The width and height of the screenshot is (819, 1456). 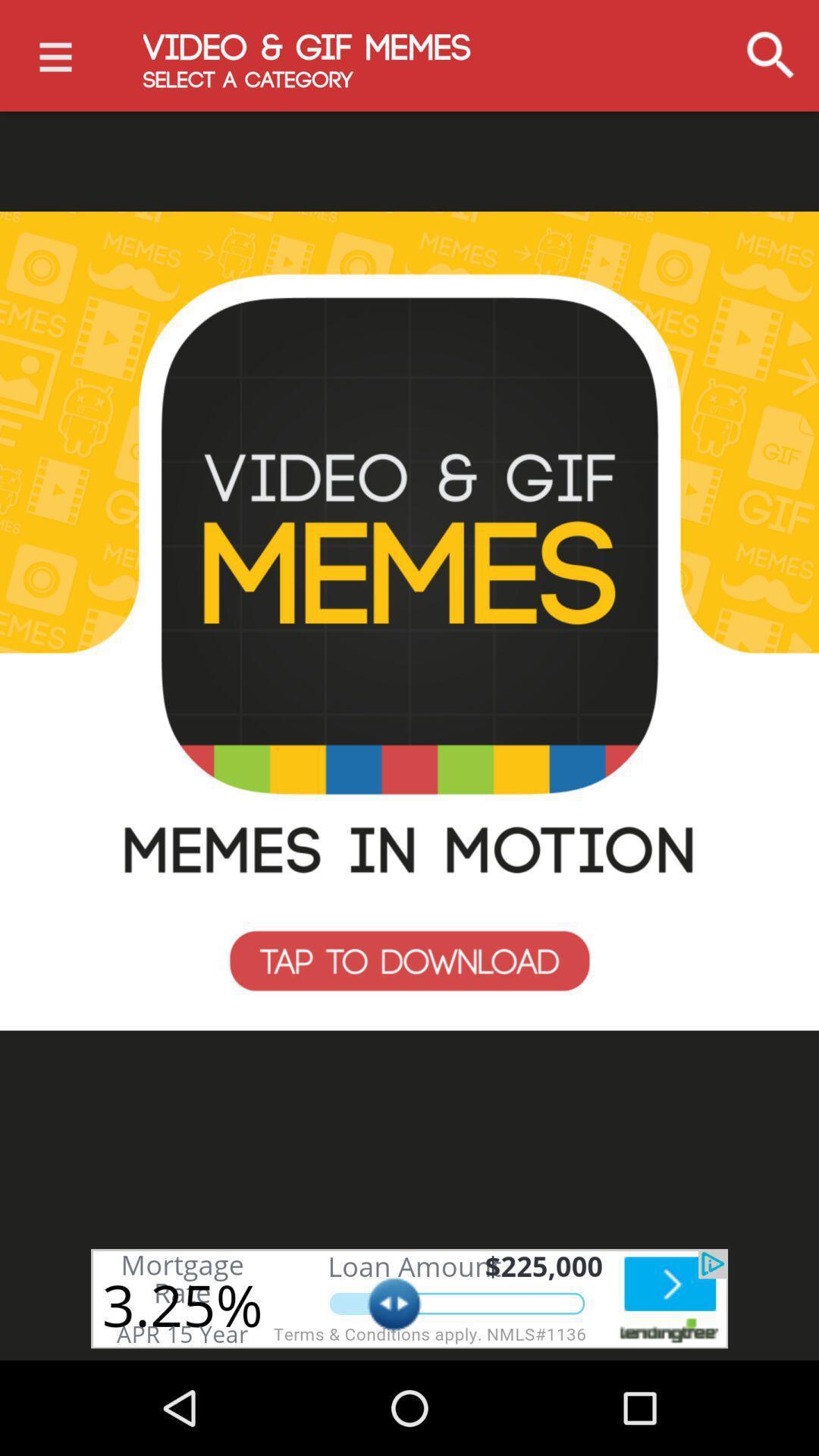 What do you see at coordinates (409, 1298) in the screenshot?
I see `open advertisement` at bounding box center [409, 1298].